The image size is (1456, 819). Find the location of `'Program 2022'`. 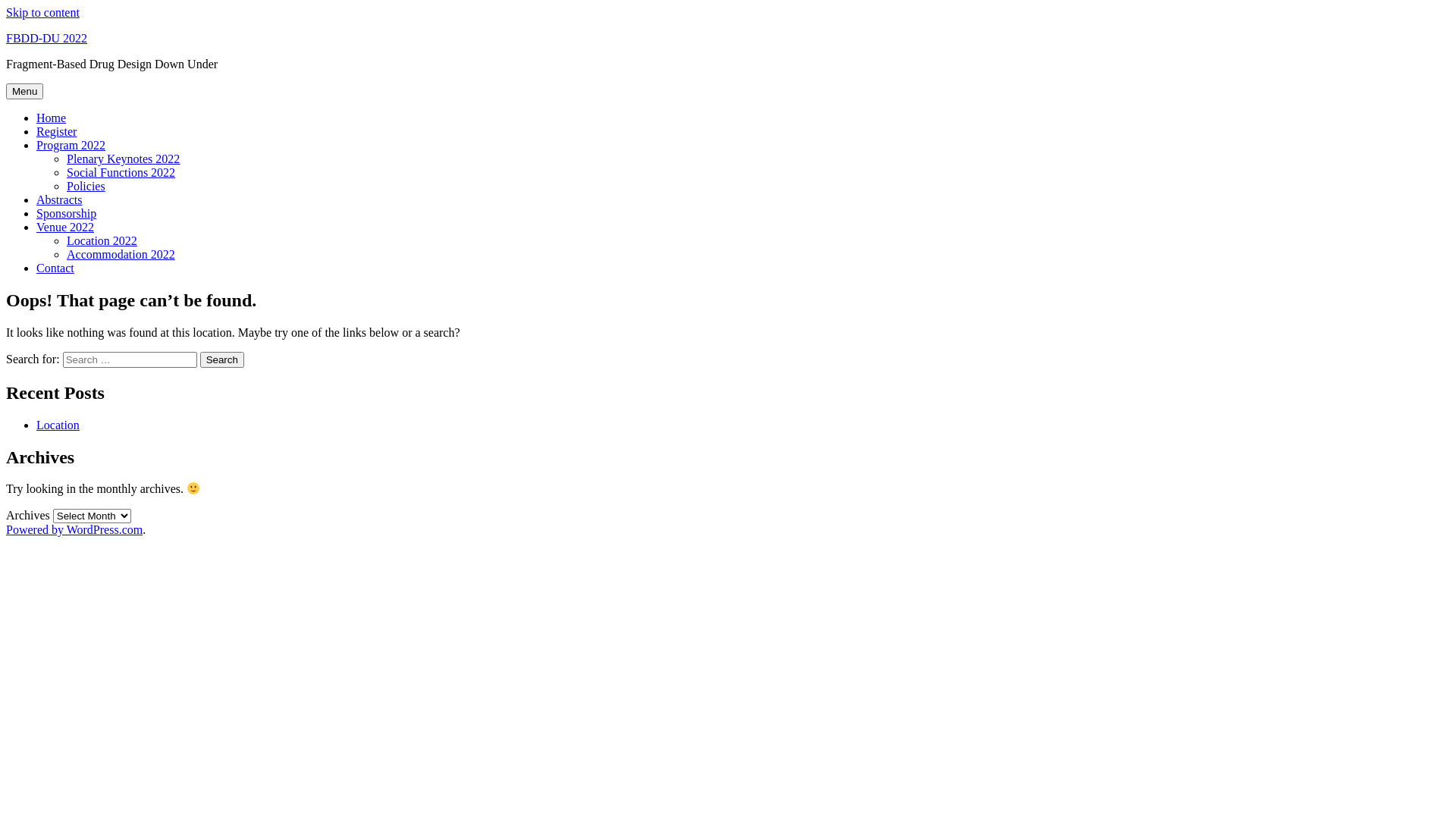

'Program 2022' is located at coordinates (36, 145).